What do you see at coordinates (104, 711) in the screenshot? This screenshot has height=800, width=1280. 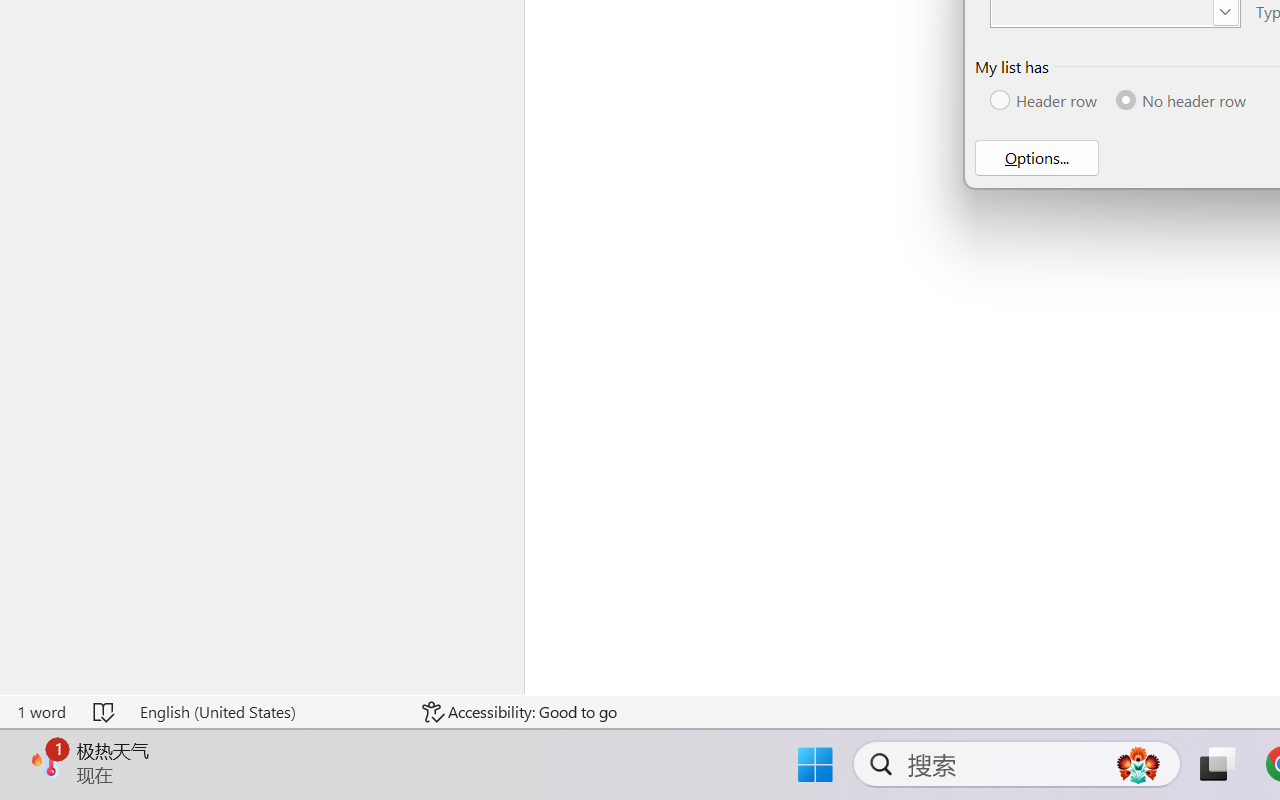 I see `'Spelling and Grammar Check No Errors'` at bounding box center [104, 711].